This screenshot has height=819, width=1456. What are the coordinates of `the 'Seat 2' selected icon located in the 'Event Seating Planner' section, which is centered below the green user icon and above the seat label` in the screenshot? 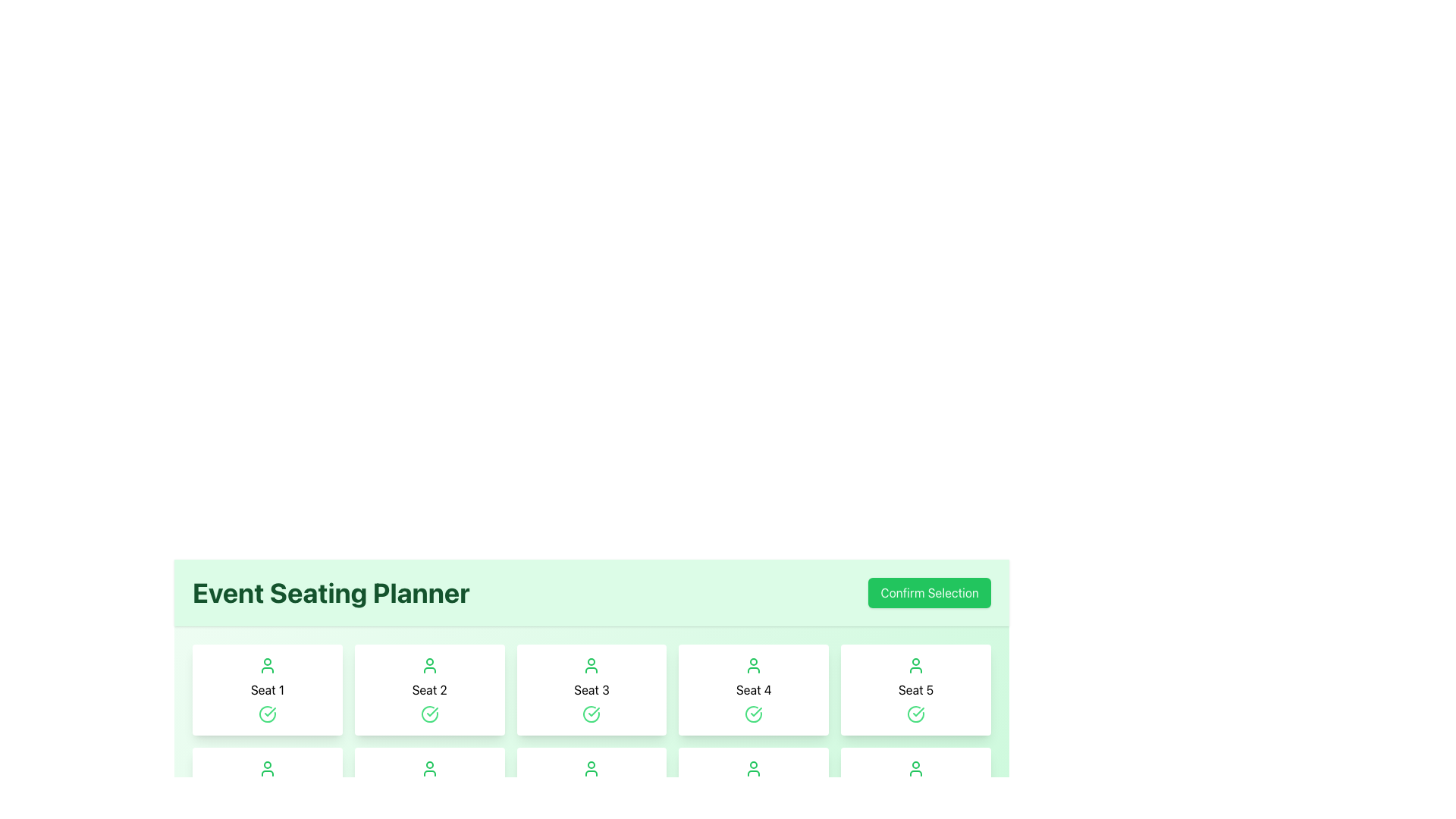 It's located at (428, 714).